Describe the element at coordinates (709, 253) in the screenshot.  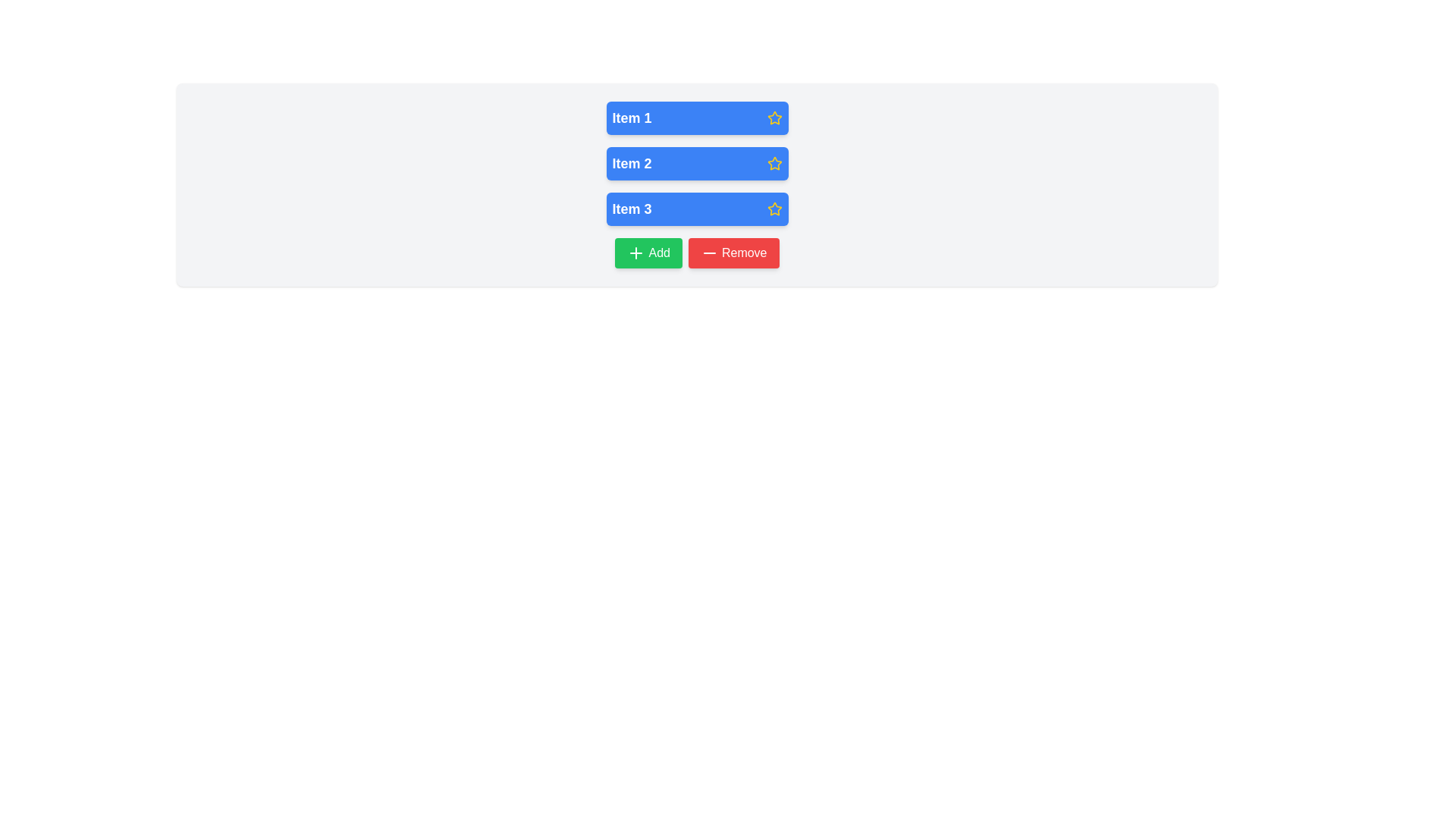
I see `the removal icon located centrally above the text label of the 'Remove' button` at that location.